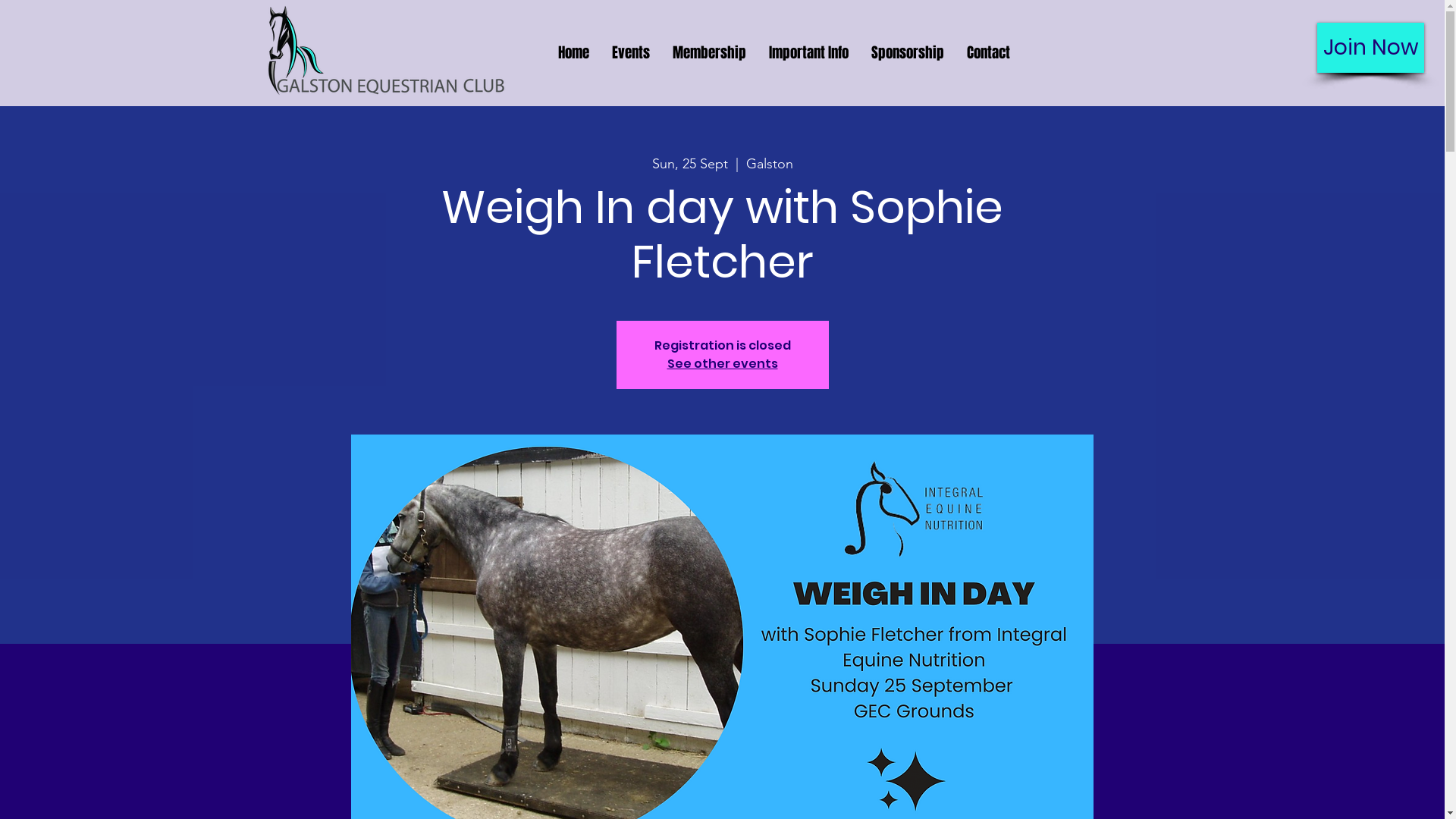  What do you see at coordinates (630, 52) in the screenshot?
I see `'Events'` at bounding box center [630, 52].